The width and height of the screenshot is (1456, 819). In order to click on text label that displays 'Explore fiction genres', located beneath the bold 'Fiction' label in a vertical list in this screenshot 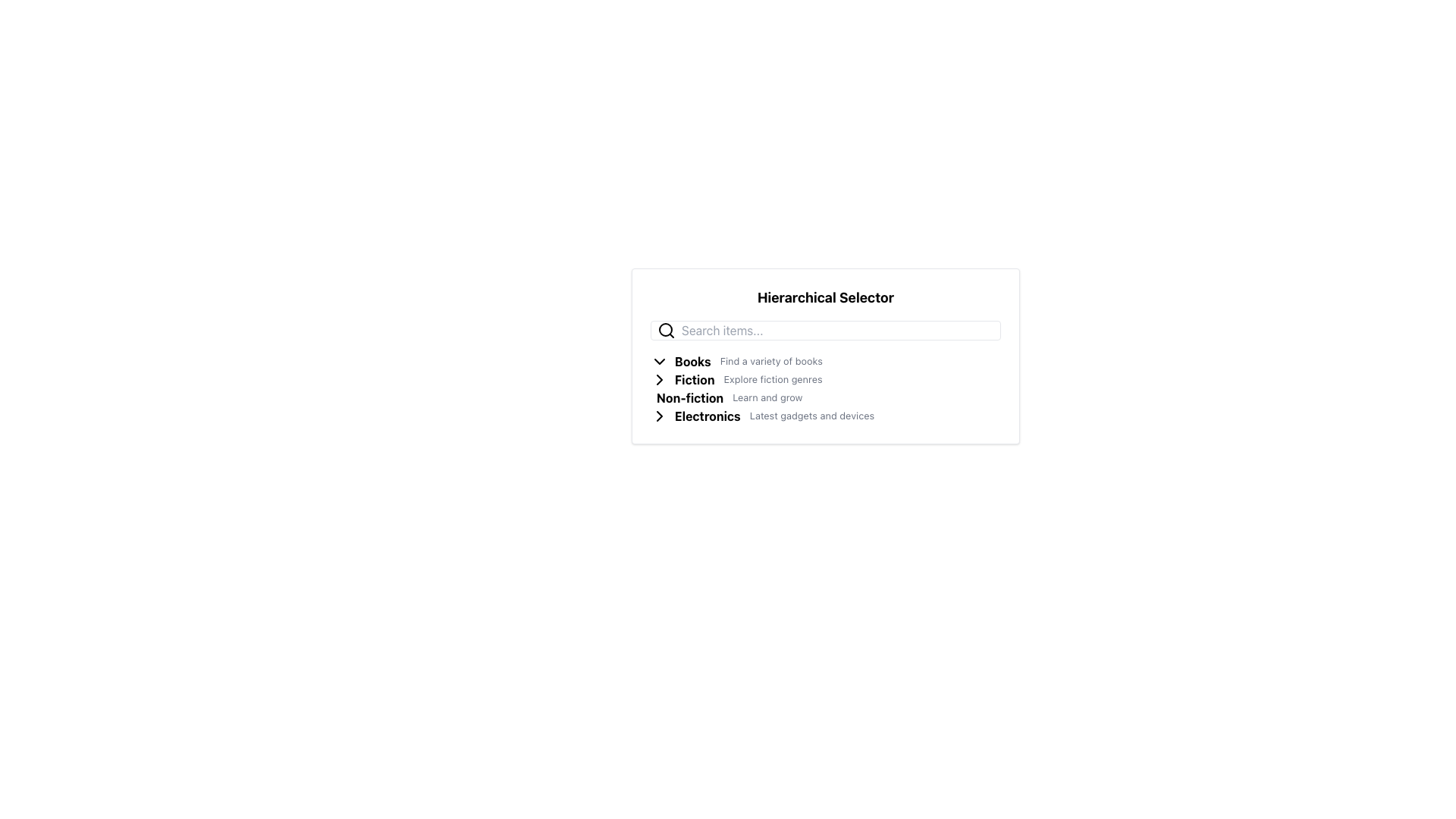, I will do `click(773, 379)`.